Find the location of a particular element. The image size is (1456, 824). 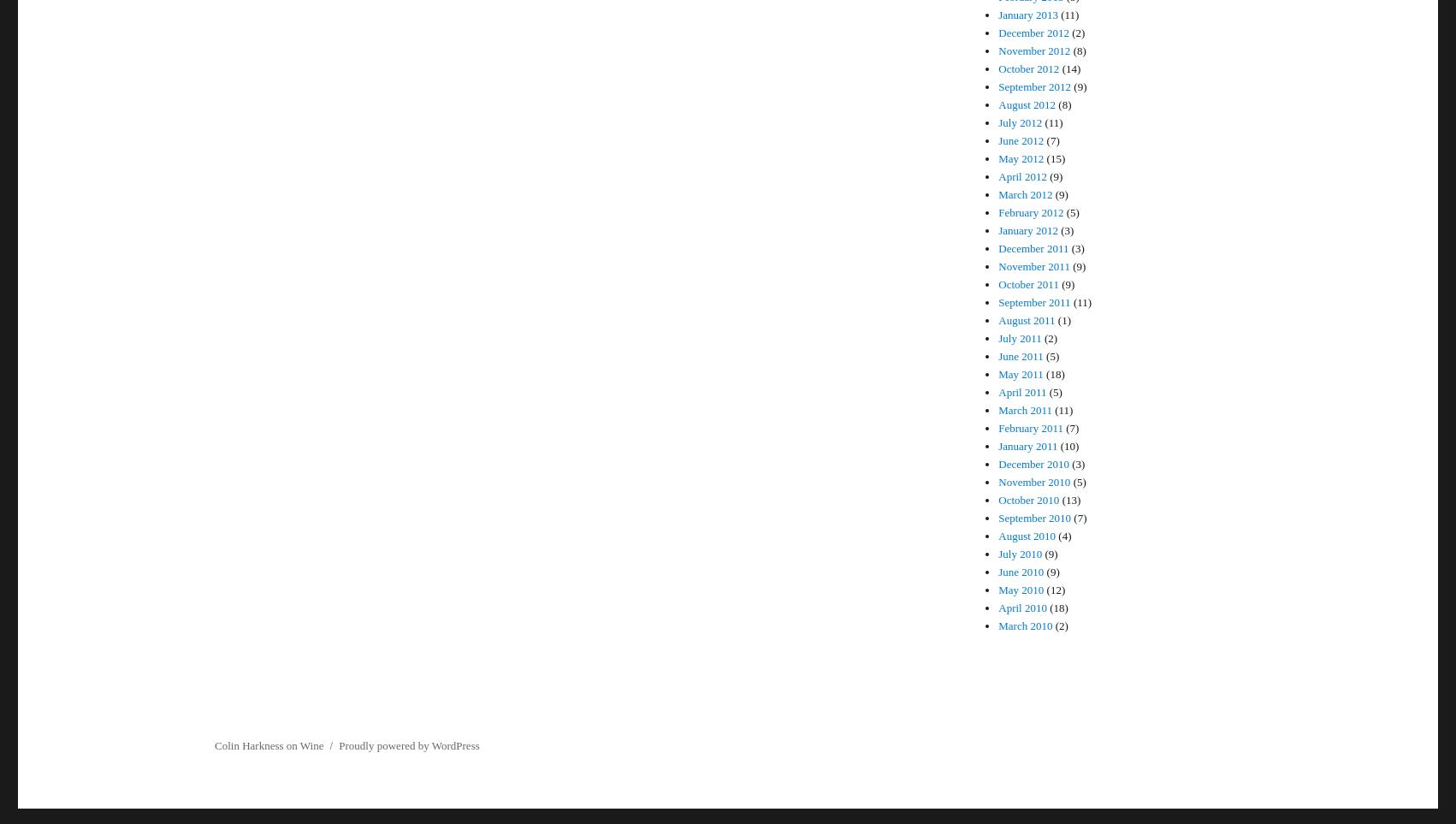

'(12)' is located at coordinates (1054, 590).